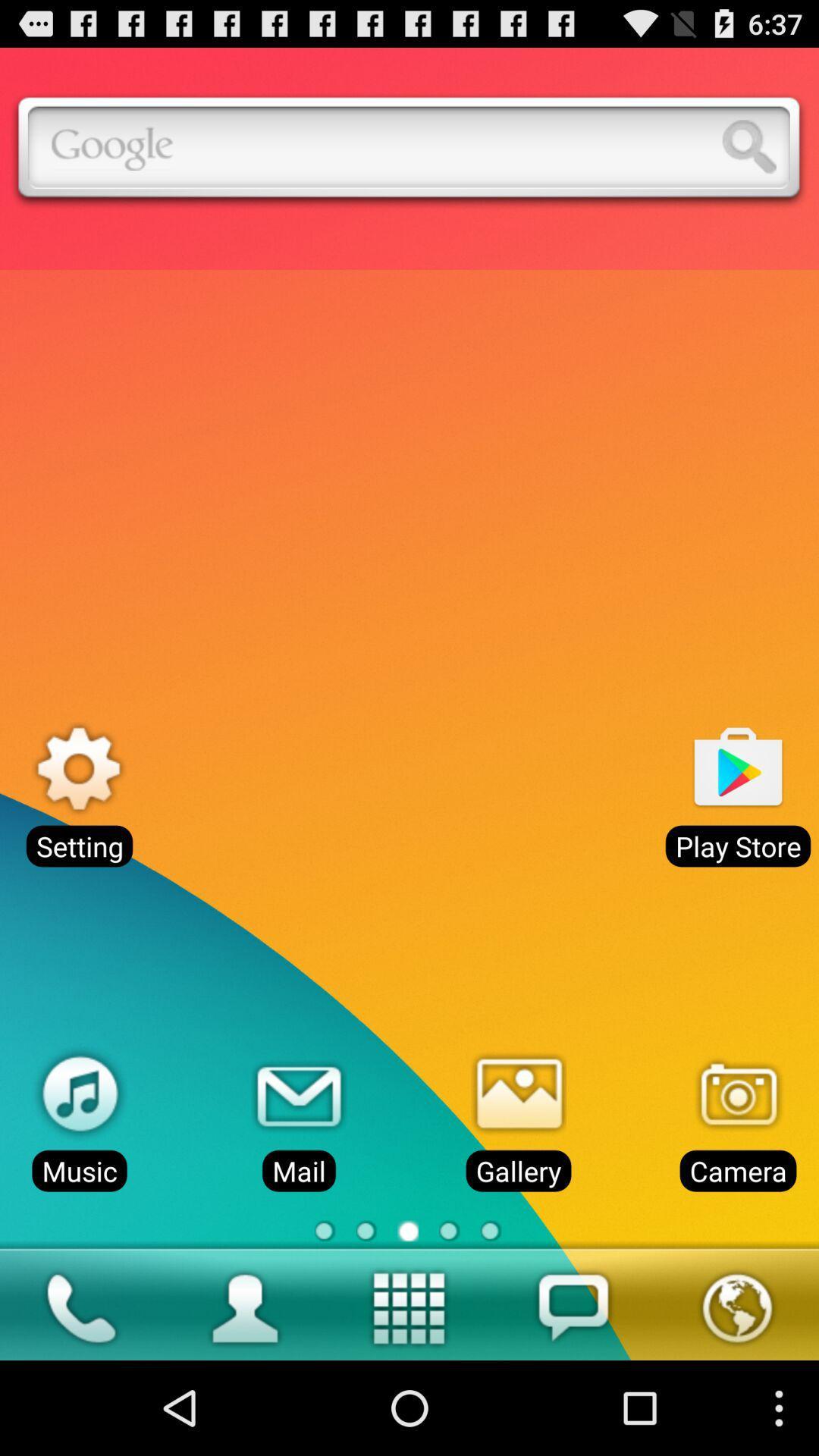 The image size is (819, 1456). I want to click on the globe icon, so click(736, 1398).